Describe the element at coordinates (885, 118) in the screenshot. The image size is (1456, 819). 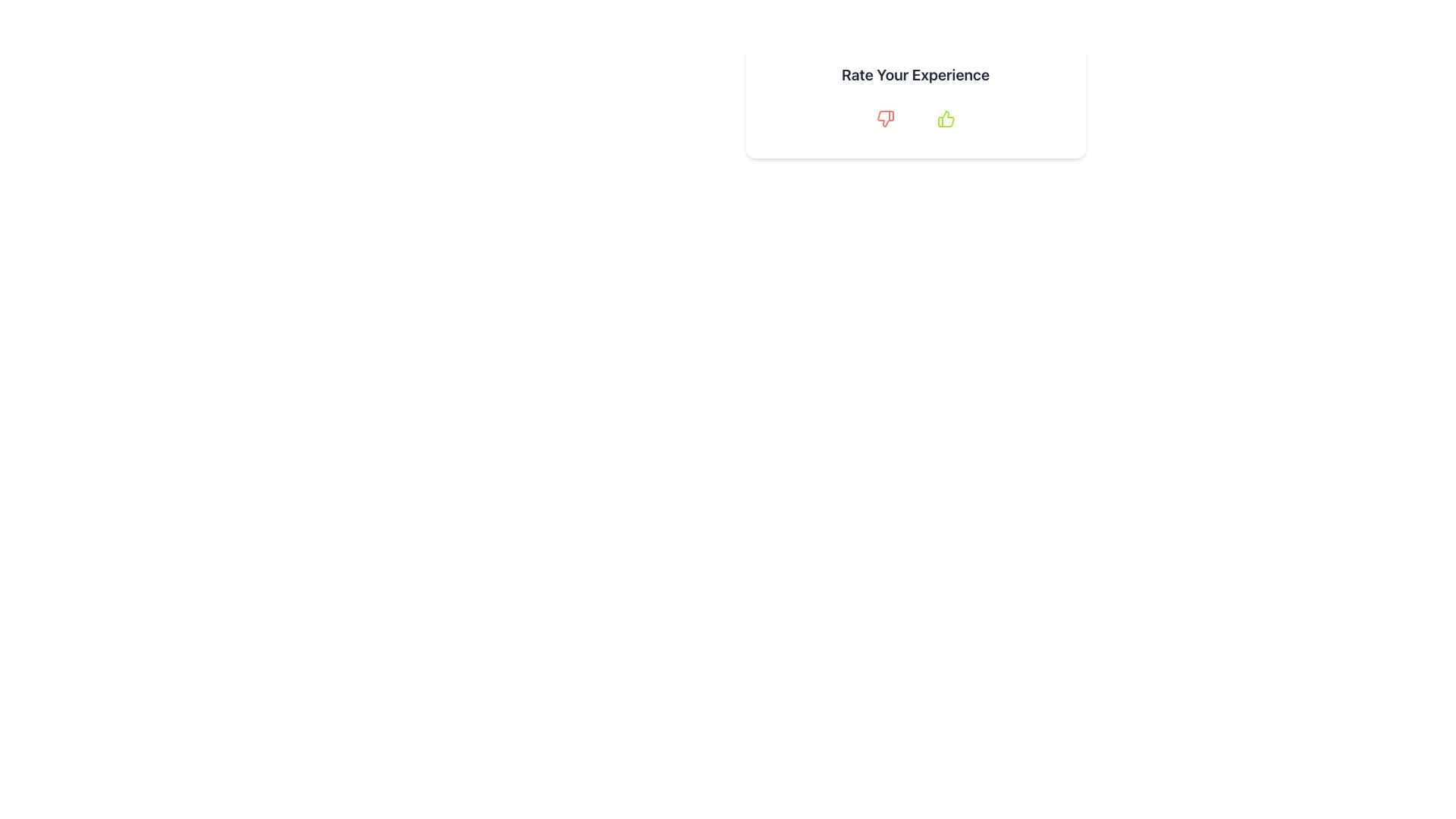
I see `the red thumbs-down icon located below the text 'Rate Your Experience' and to the left of the green thumbs-up icon` at that location.